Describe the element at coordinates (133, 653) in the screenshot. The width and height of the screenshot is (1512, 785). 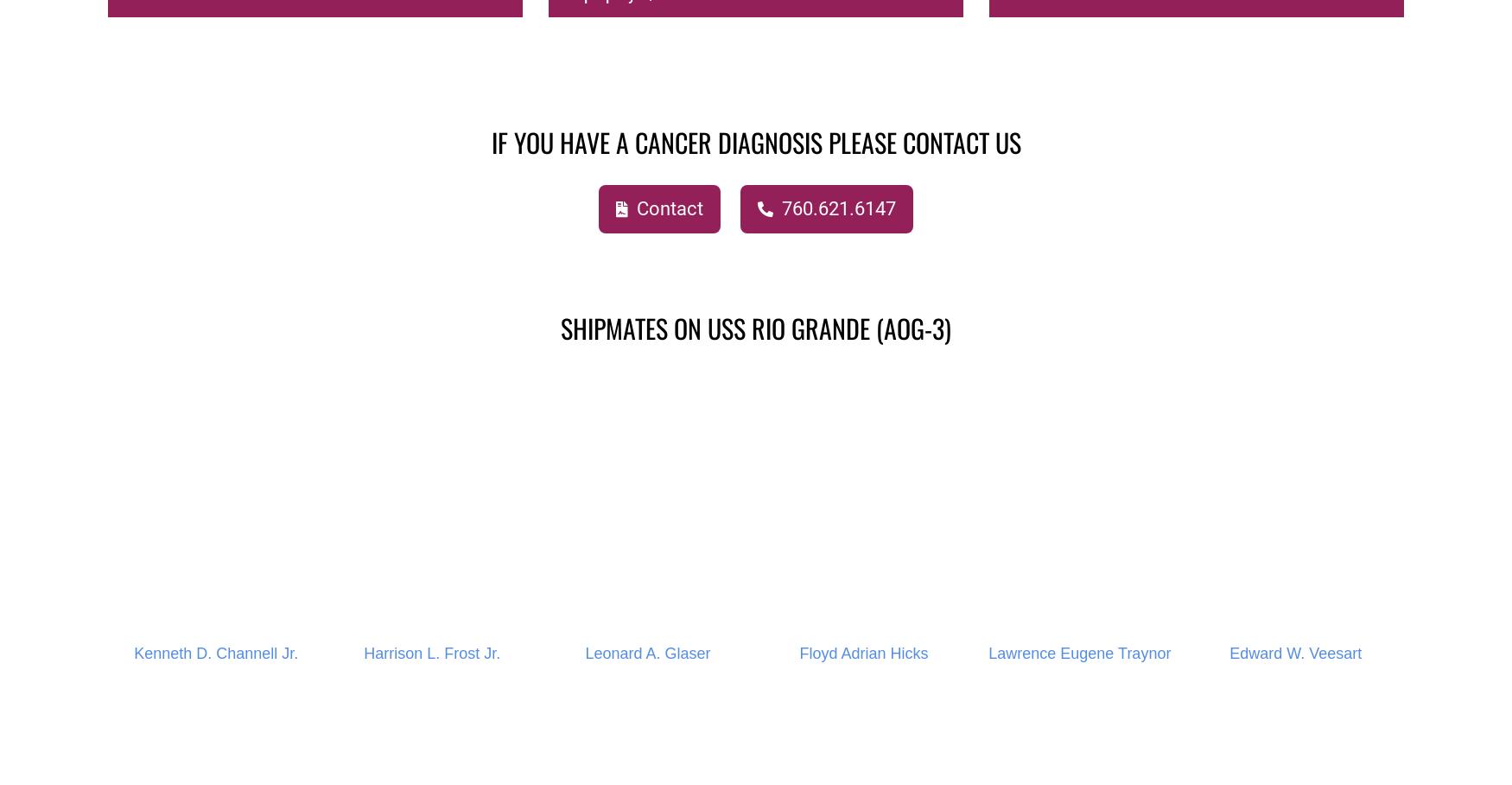
I see `'Kenneth D. Channell Jr.'` at that location.